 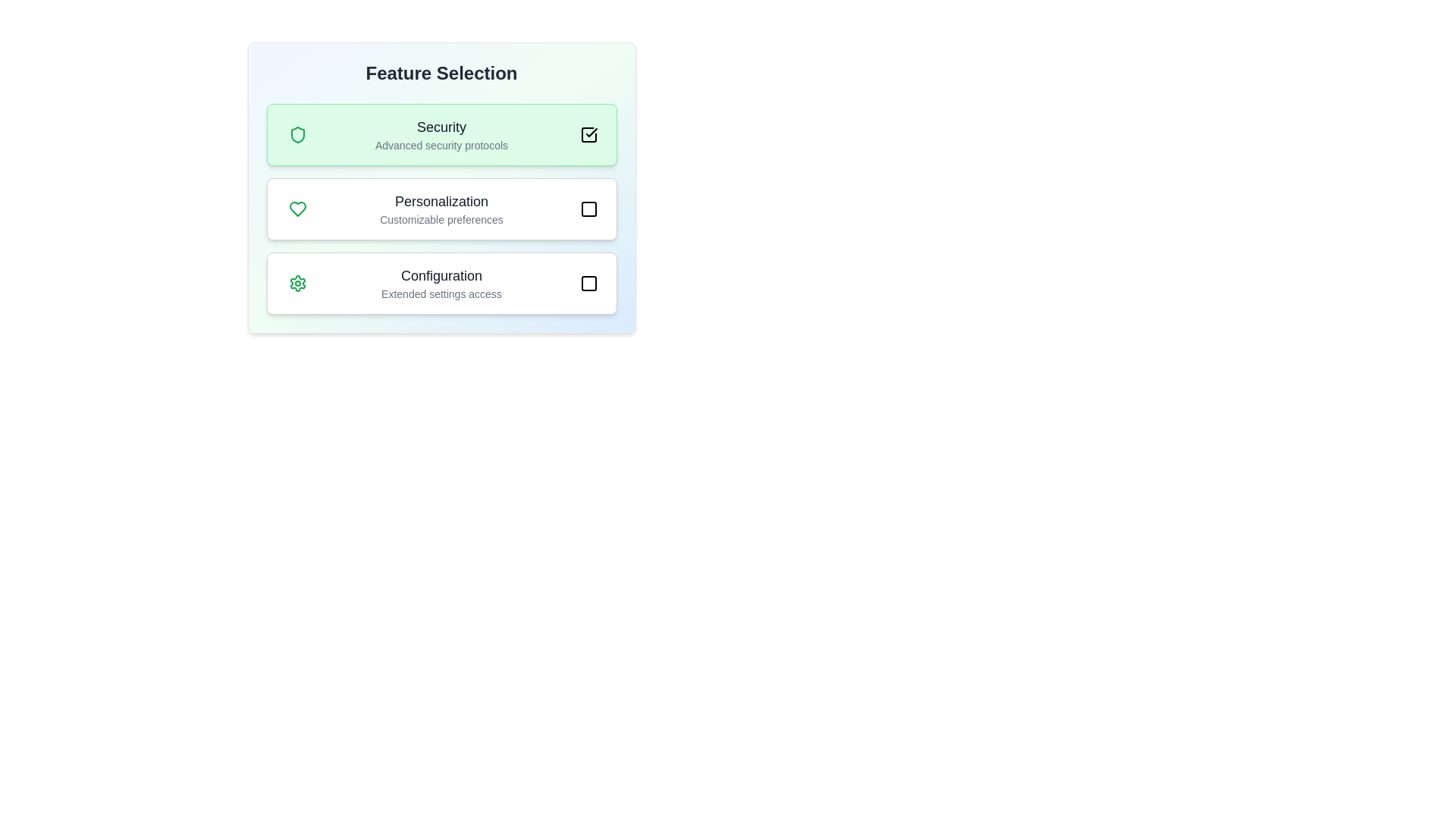 I want to click on the 'Security' icon, which is the first graphical indicator under the 'Feature Selection' header, so click(x=297, y=133).